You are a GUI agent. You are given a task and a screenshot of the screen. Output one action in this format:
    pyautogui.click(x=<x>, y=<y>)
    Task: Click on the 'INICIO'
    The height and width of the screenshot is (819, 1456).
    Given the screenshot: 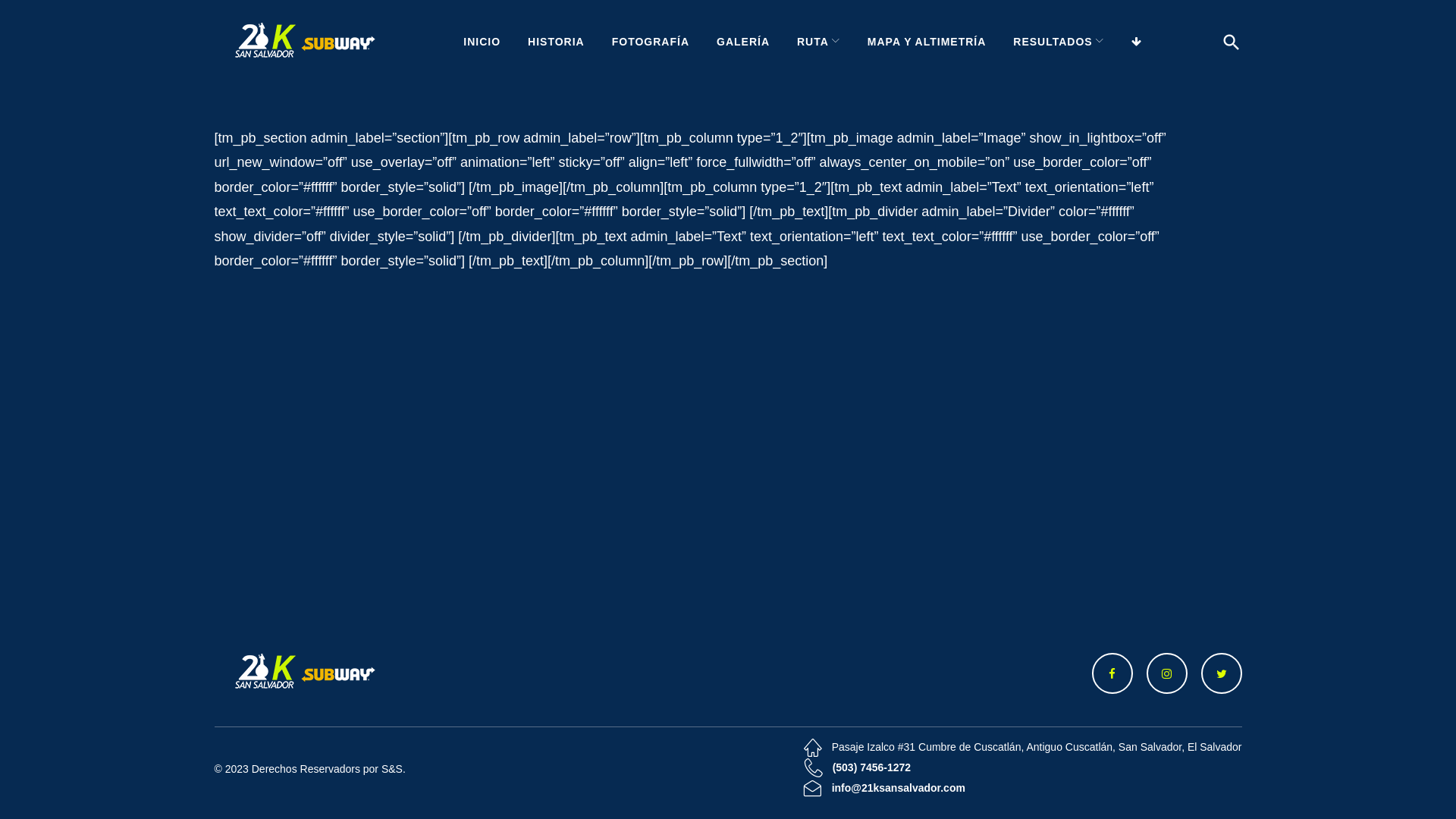 What is the action you would take?
    pyautogui.click(x=481, y=41)
    